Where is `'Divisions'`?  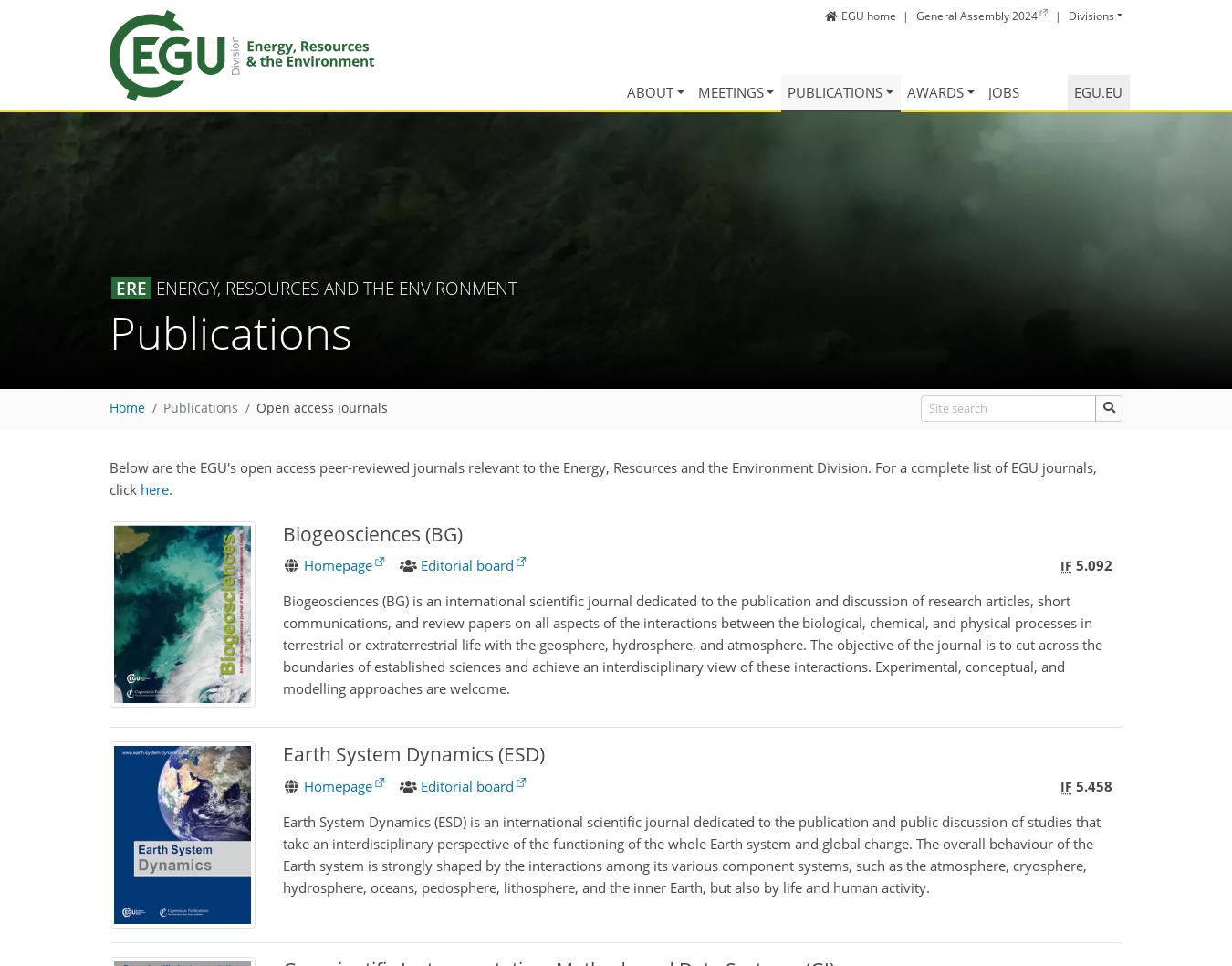 'Divisions' is located at coordinates (1090, 15).